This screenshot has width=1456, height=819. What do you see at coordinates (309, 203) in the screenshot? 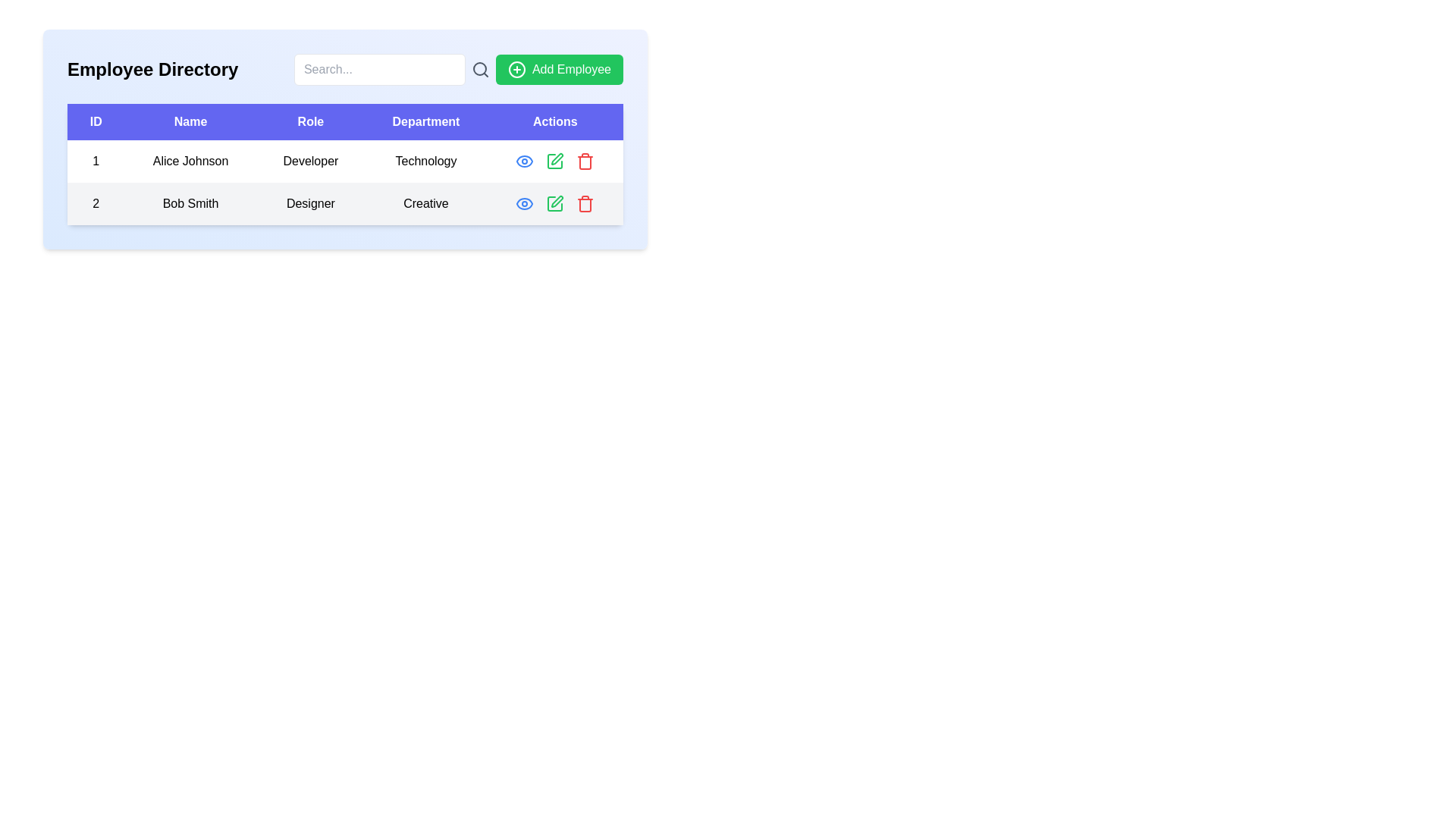
I see `the static text label displaying 'Designer' in the 'Role' column for 'Bob Smith' in the Employee Directory table` at bounding box center [309, 203].